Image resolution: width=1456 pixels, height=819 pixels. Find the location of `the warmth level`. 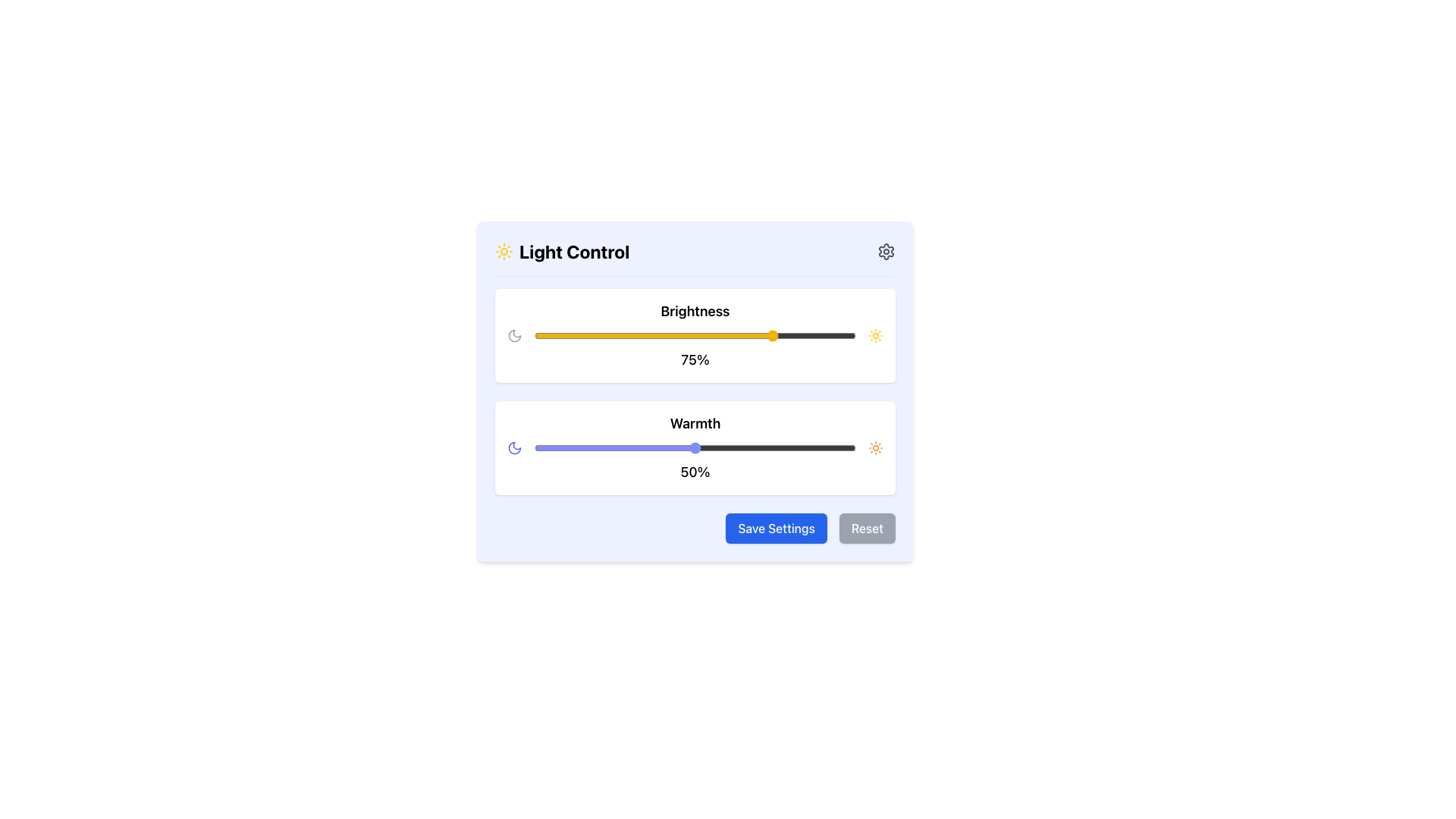

the warmth level is located at coordinates (740, 447).